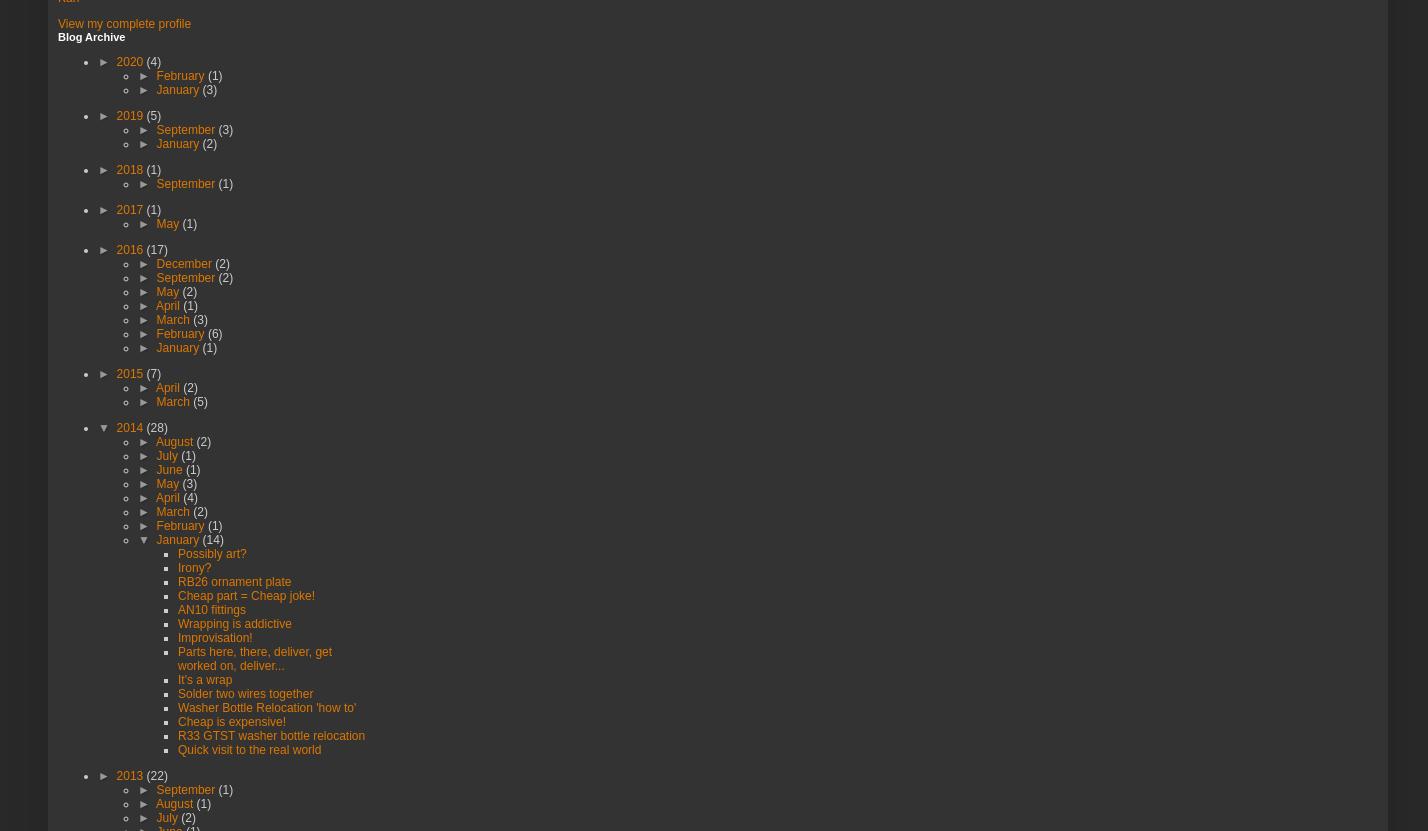 This screenshot has width=1428, height=831. What do you see at coordinates (232, 719) in the screenshot?
I see `'Cheap is expensive!'` at bounding box center [232, 719].